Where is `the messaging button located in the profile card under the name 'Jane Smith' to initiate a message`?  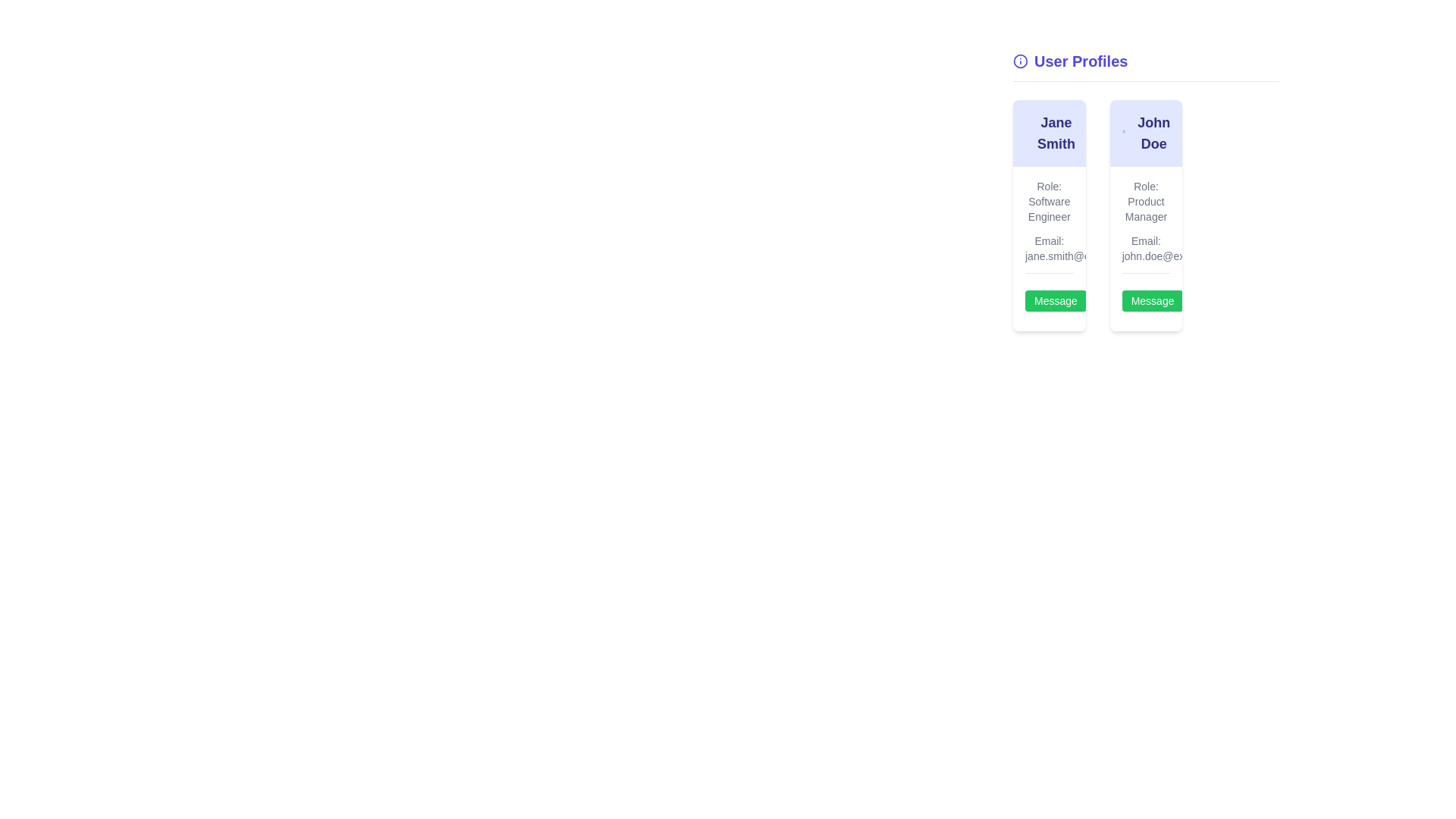
the messaging button located in the profile card under the name 'Jane Smith' to initiate a message is located at coordinates (1055, 301).